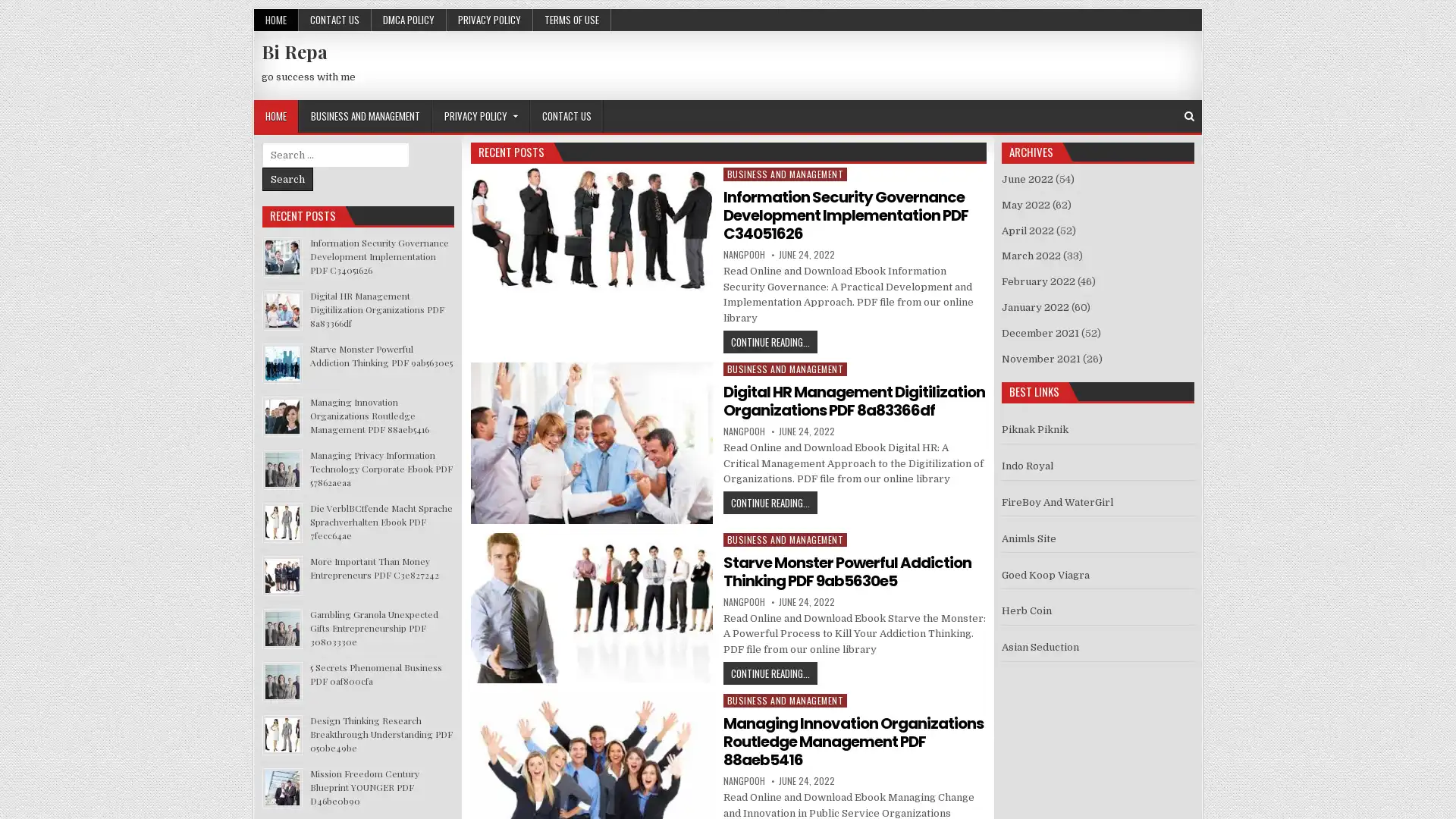 The height and width of the screenshot is (819, 1456). I want to click on Search, so click(287, 178).